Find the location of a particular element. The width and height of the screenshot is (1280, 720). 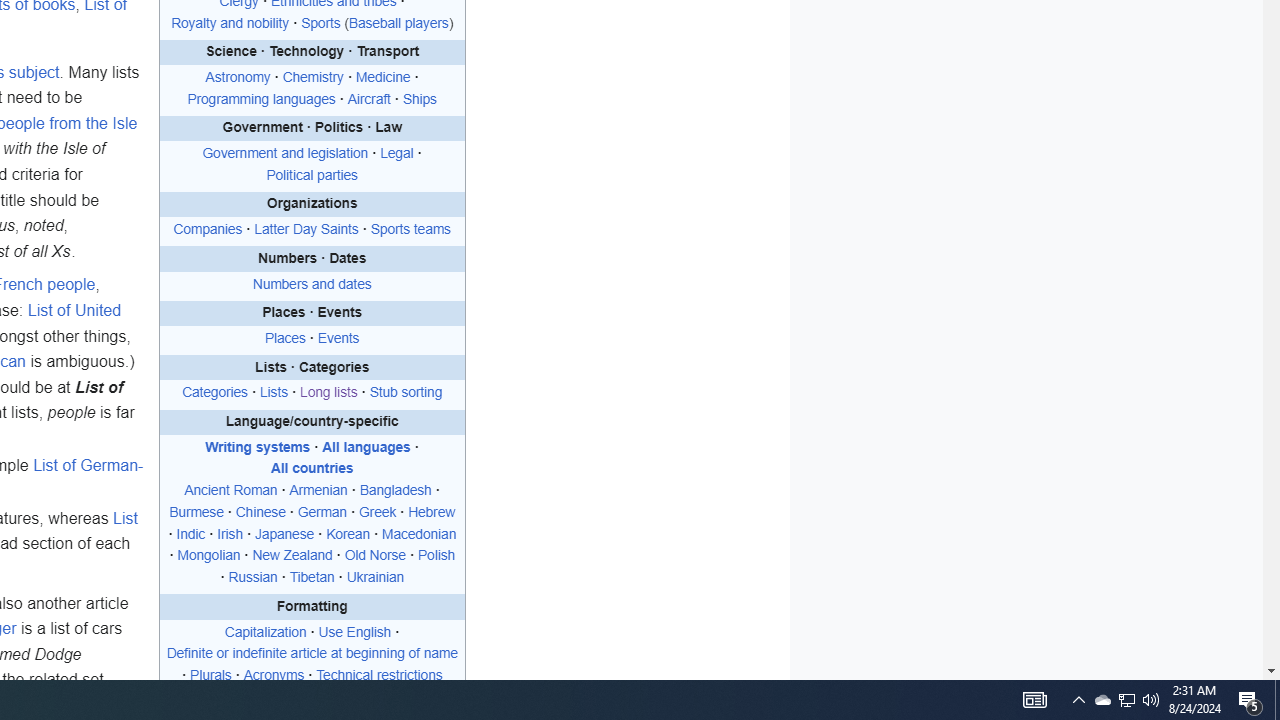

'Japanese' is located at coordinates (283, 533).